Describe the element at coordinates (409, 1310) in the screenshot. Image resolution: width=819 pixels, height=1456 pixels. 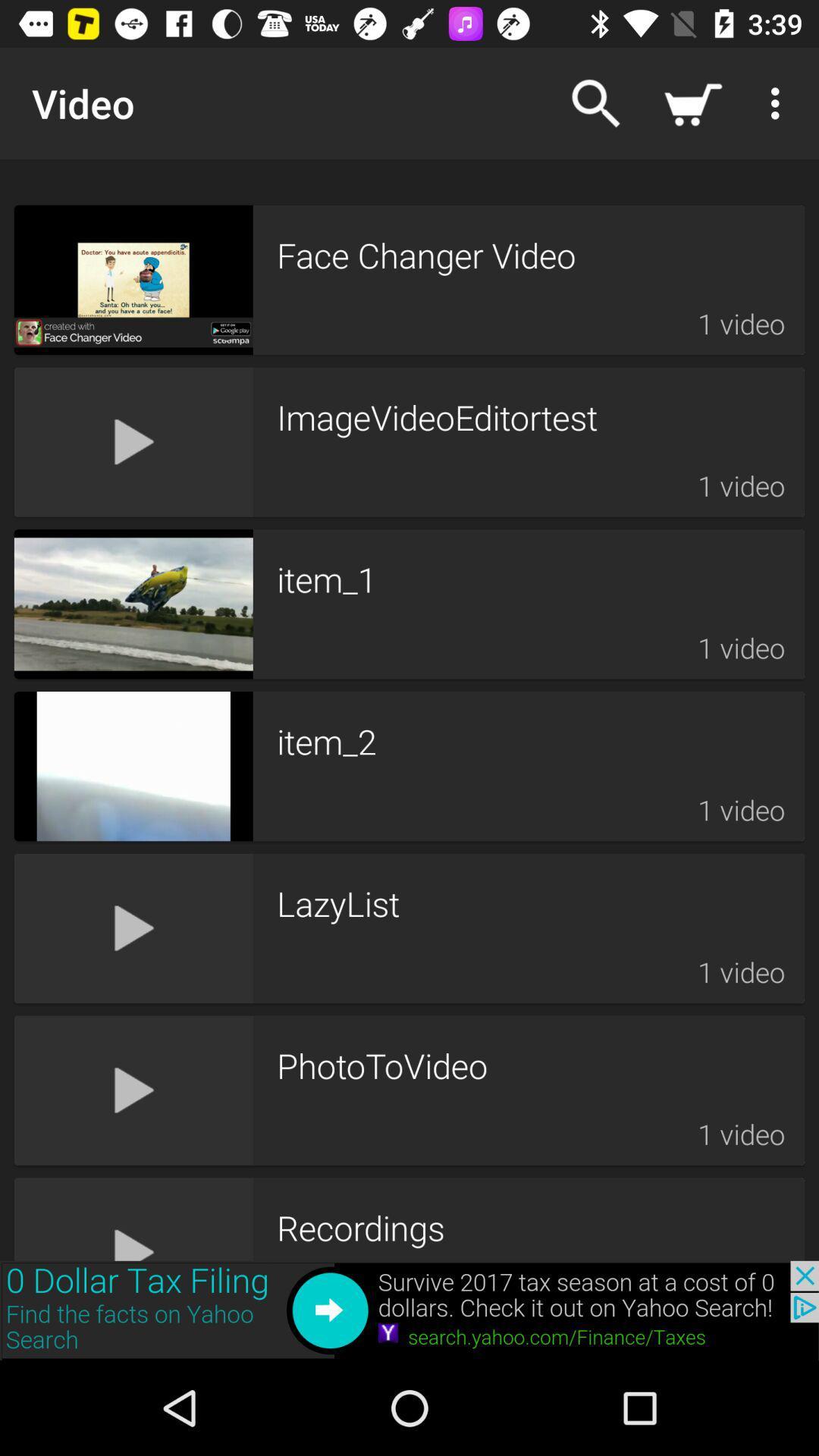
I see `right` at that location.